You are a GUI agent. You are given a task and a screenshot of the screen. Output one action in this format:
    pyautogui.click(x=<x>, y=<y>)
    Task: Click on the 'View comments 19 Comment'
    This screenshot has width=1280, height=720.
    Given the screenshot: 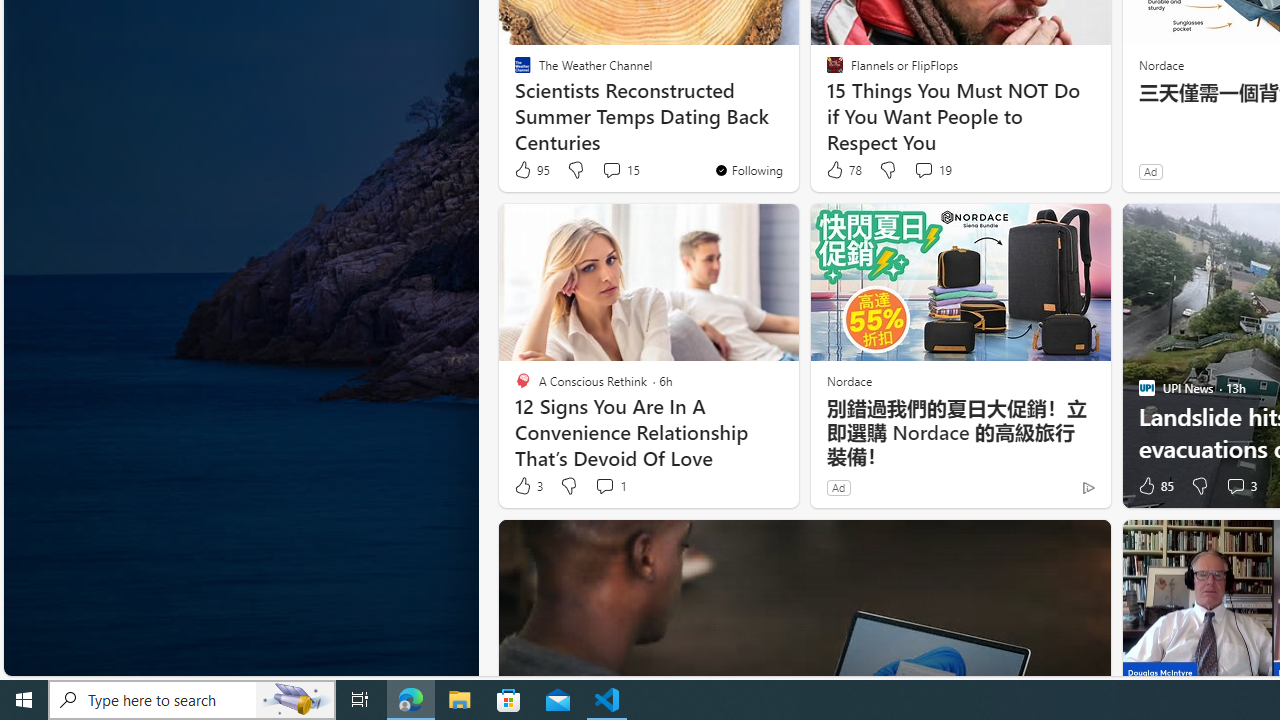 What is the action you would take?
    pyautogui.click(x=931, y=169)
    